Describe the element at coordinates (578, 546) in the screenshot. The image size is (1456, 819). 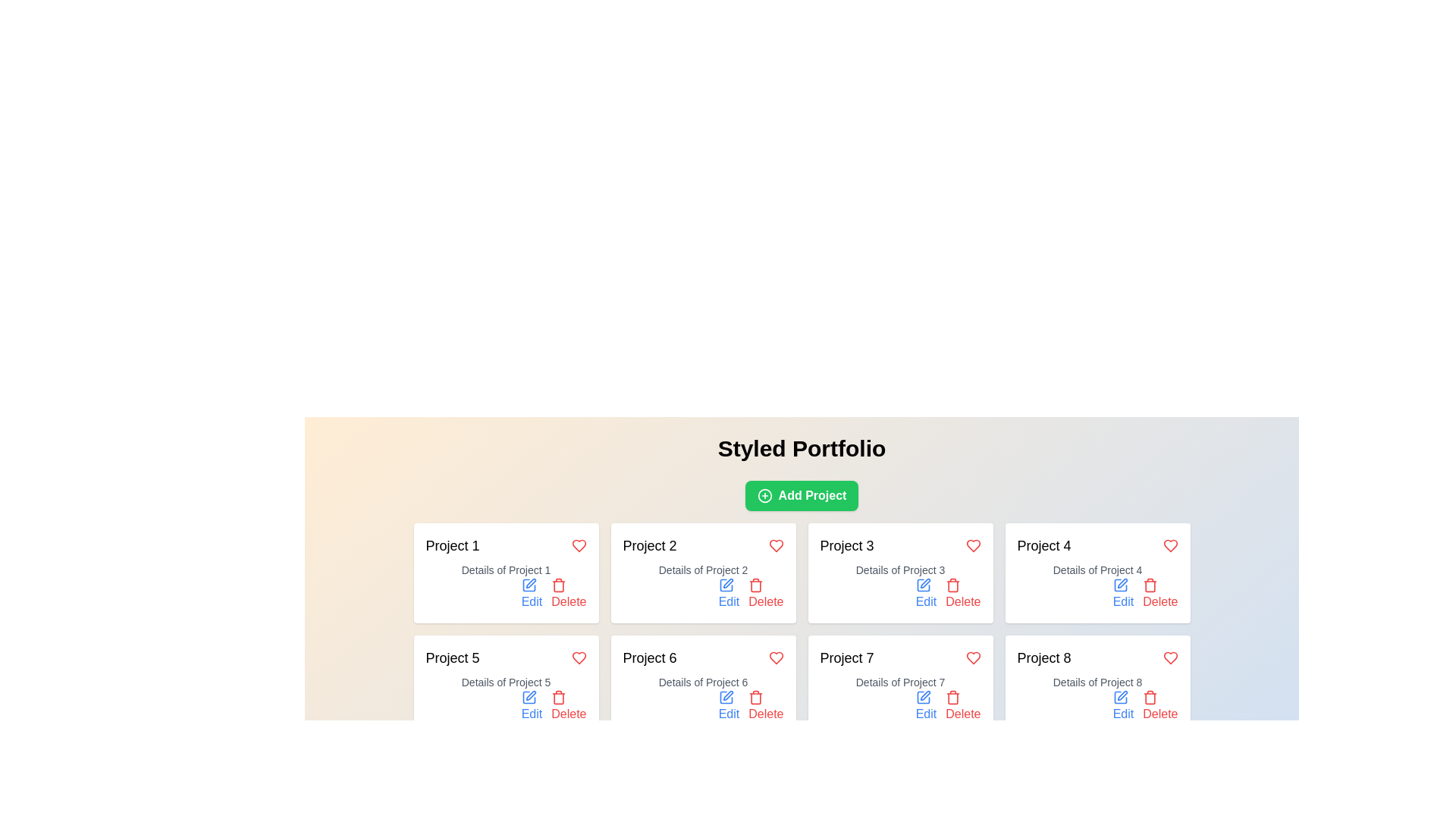
I see `the like button for 'Project 1'` at that location.